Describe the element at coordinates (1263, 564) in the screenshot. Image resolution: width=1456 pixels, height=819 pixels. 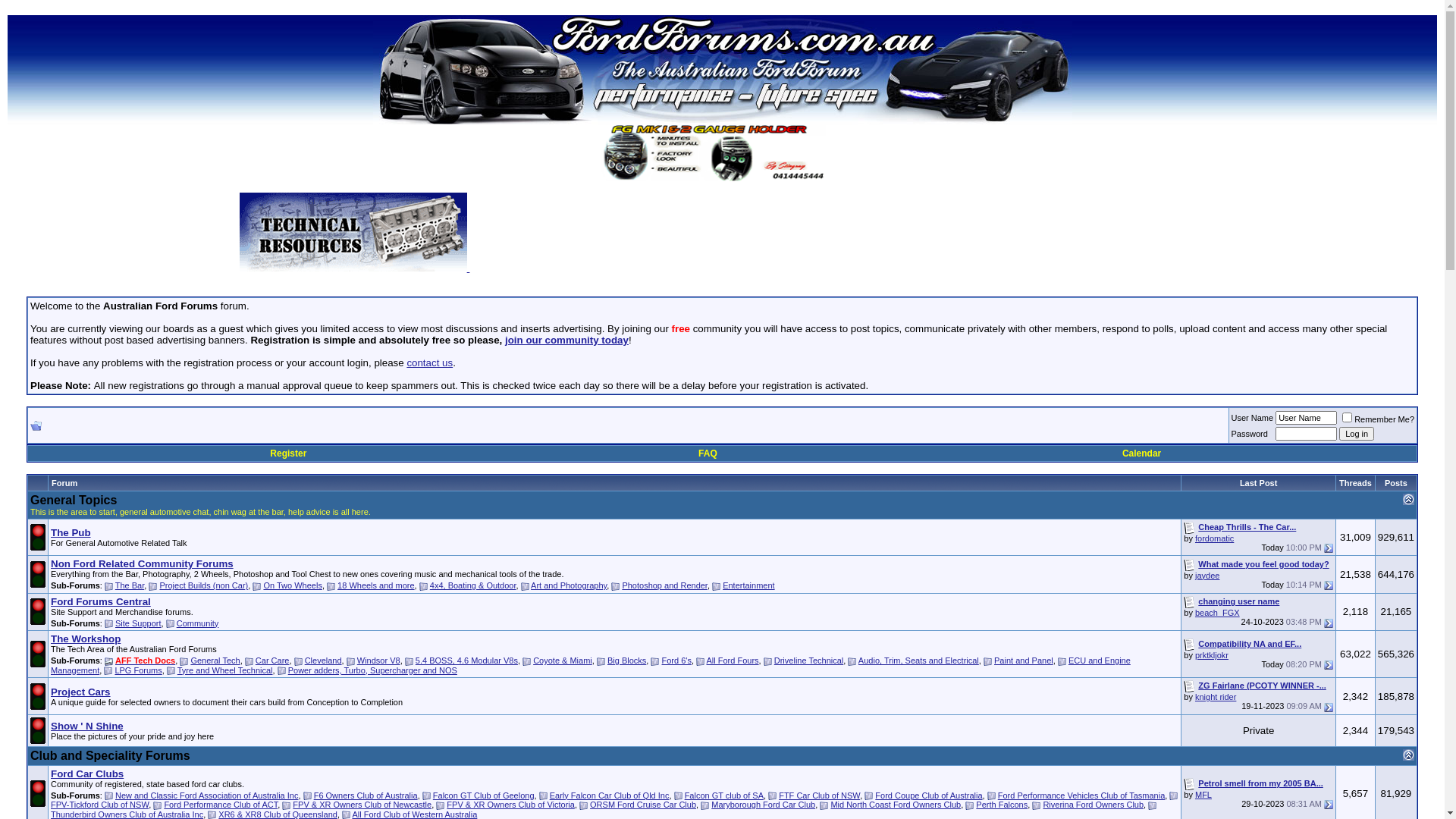
I see `'What made you feel good today?'` at that location.